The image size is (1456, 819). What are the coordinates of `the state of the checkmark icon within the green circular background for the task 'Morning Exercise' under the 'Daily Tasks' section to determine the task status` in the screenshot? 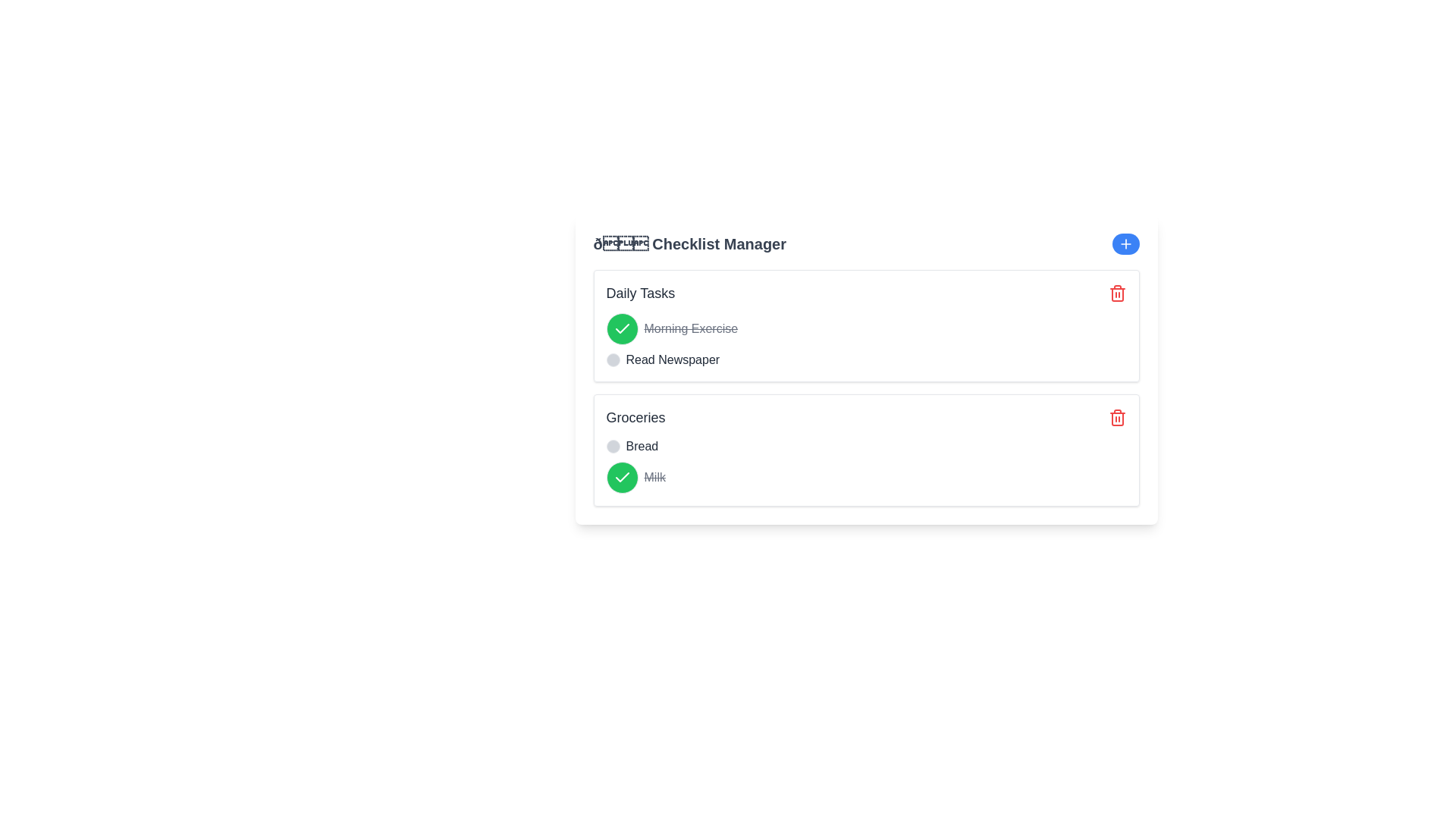 It's located at (622, 328).